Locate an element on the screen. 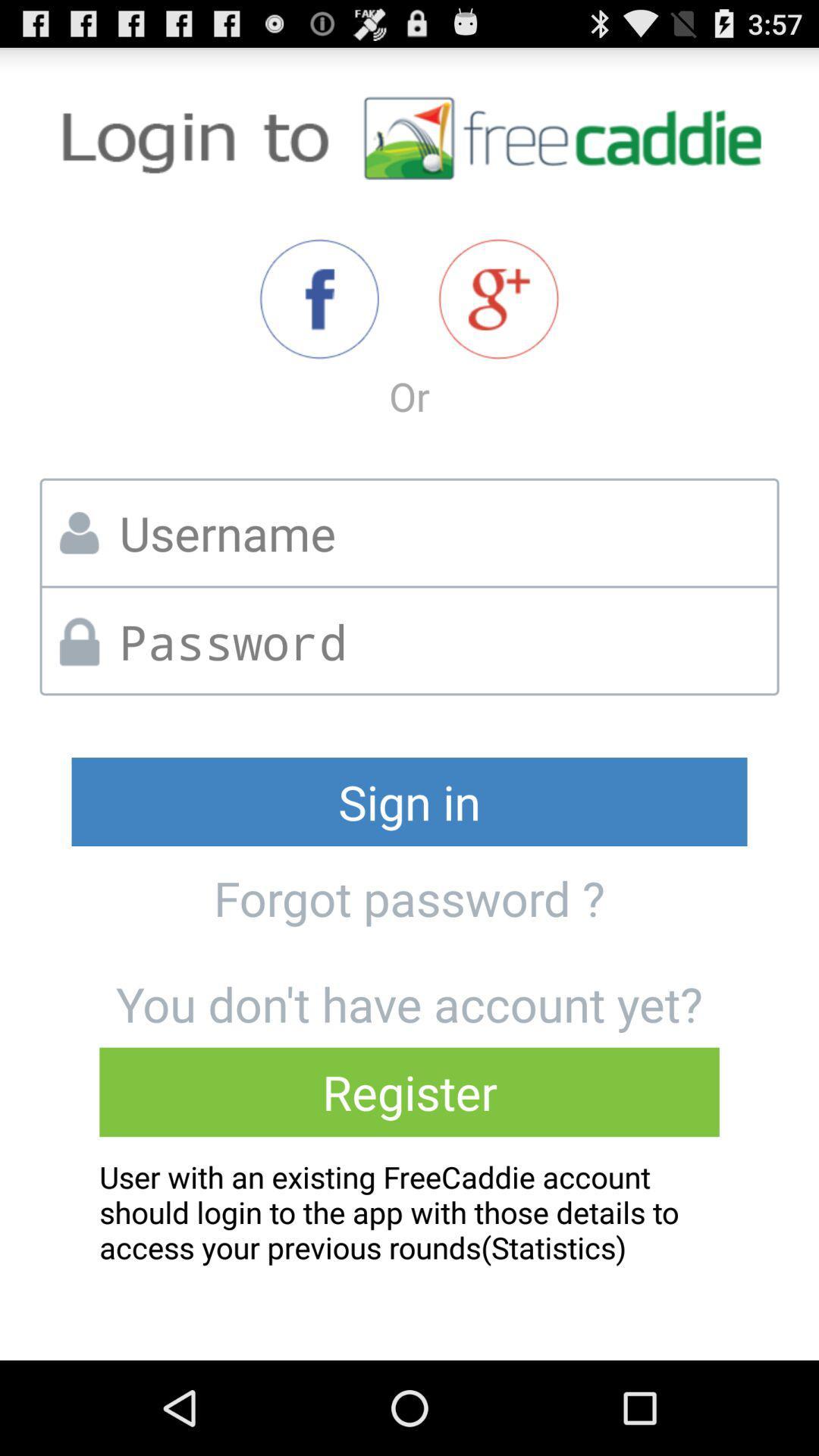 The width and height of the screenshot is (819, 1456). icon below the sign in app is located at coordinates (409, 898).